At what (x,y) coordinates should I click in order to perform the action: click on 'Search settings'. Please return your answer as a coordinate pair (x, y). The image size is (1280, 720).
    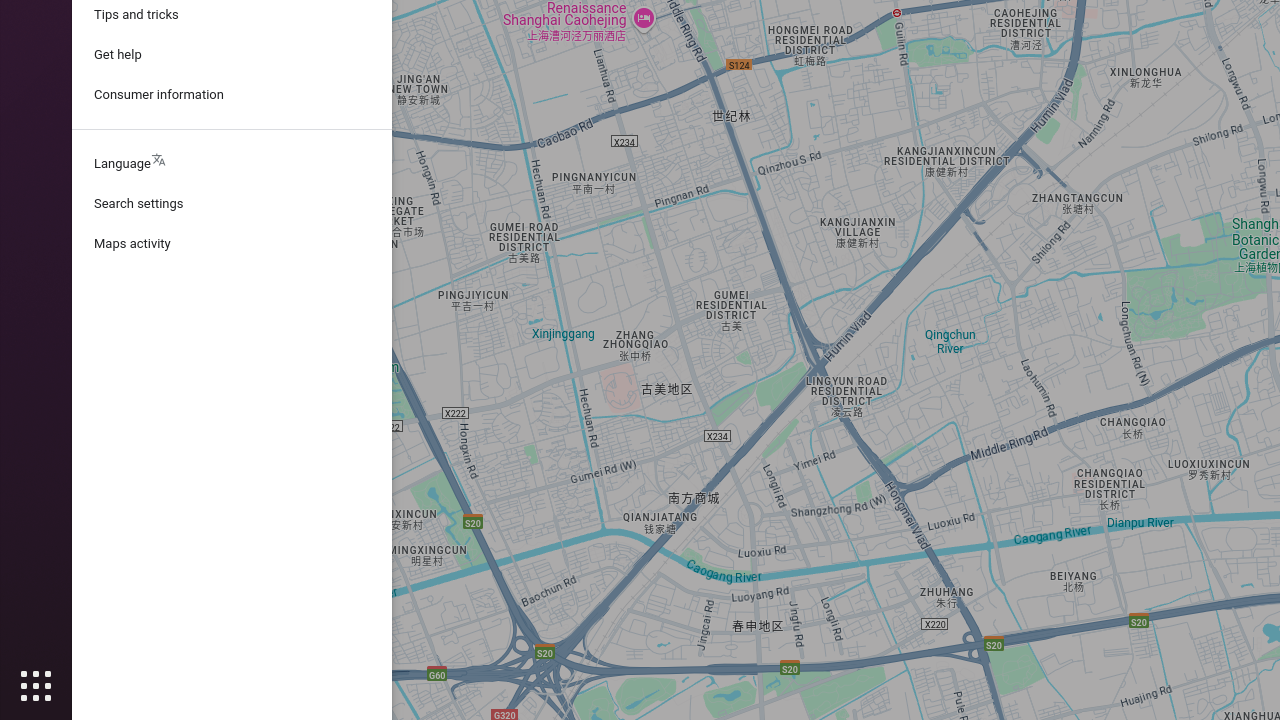
    Looking at the image, I should click on (231, 203).